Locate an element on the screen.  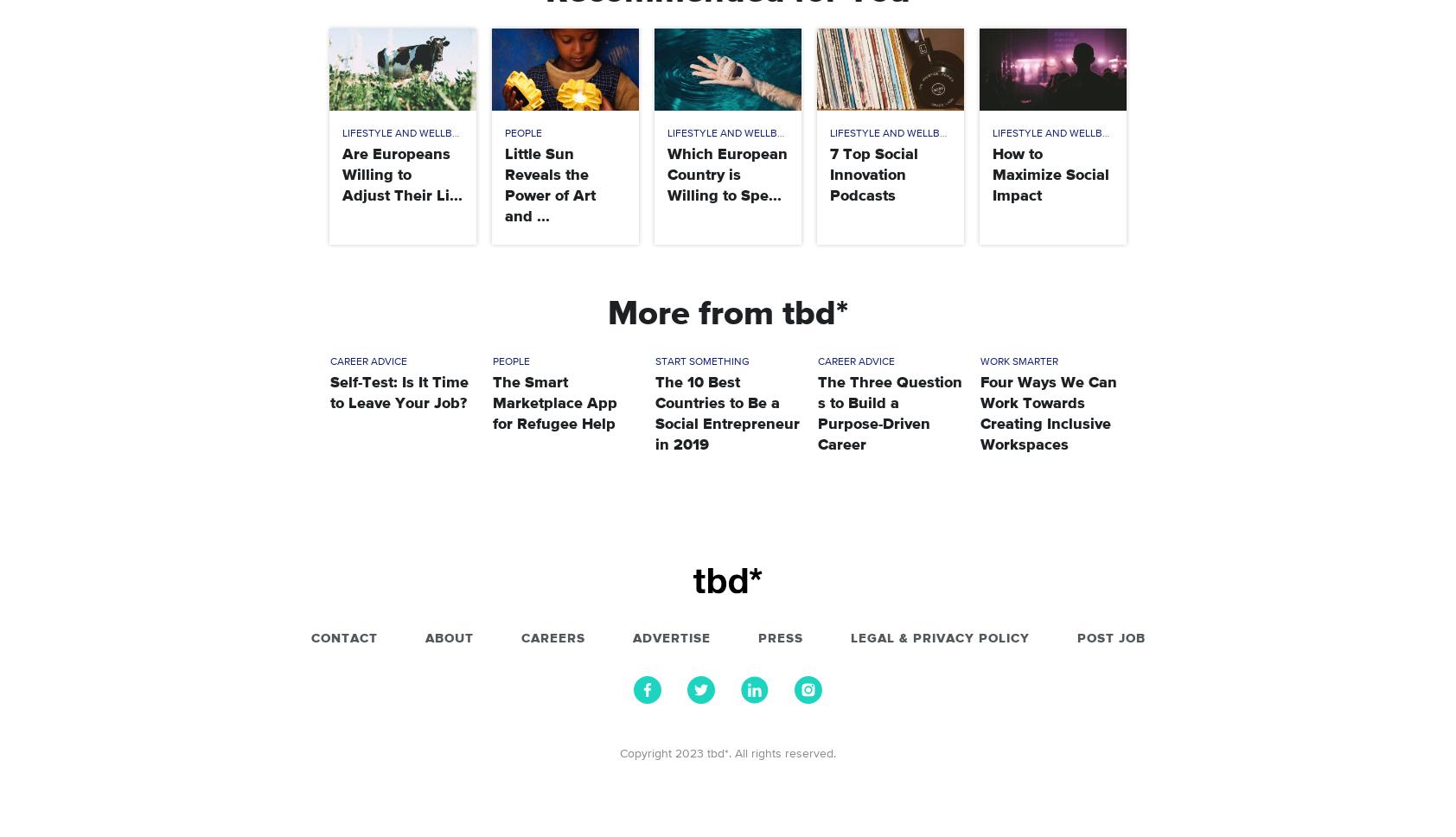
'Work Smarter' is located at coordinates (1019, 362).